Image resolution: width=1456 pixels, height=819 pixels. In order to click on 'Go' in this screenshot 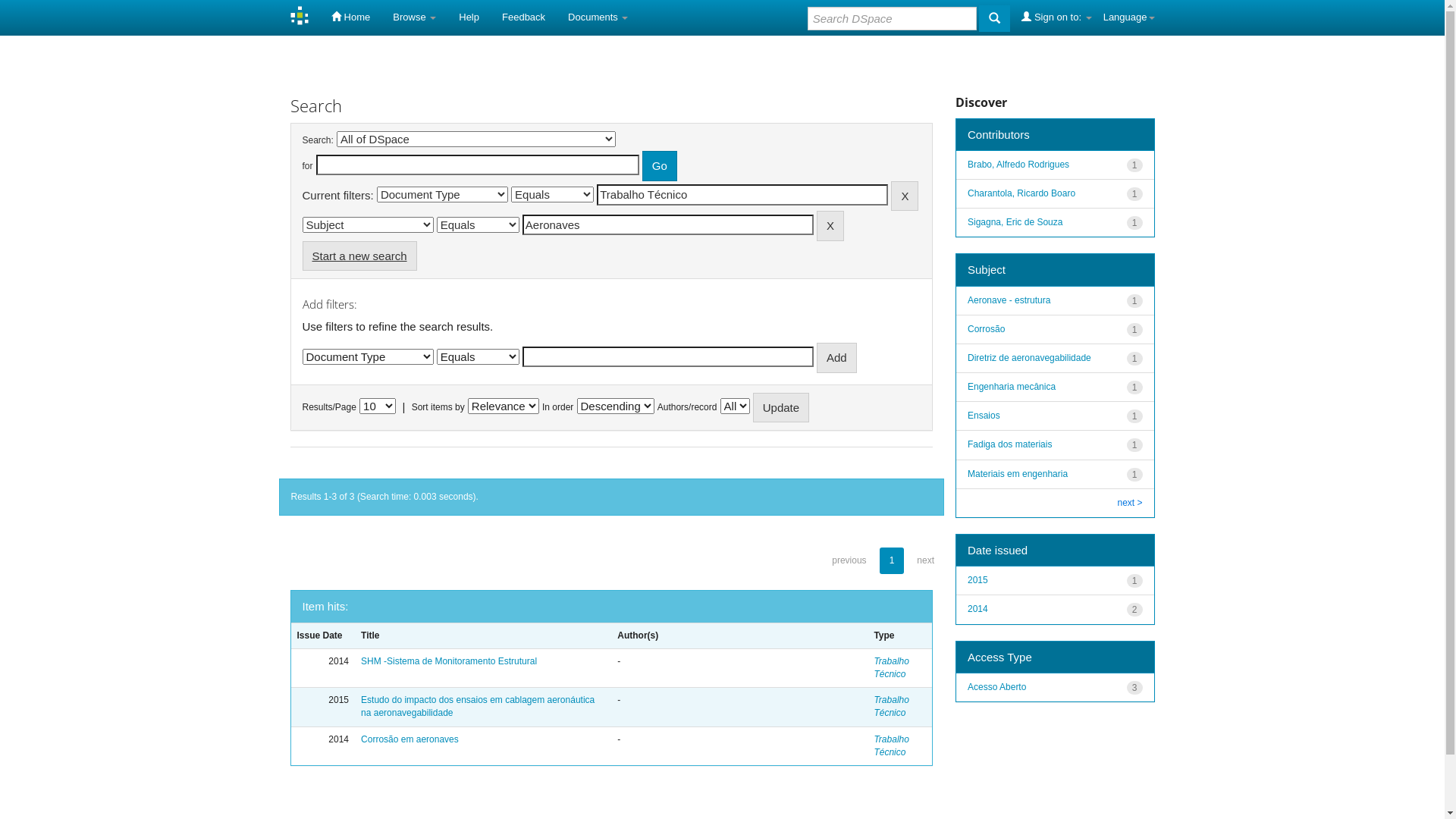, I will do `click(659, 165)`.